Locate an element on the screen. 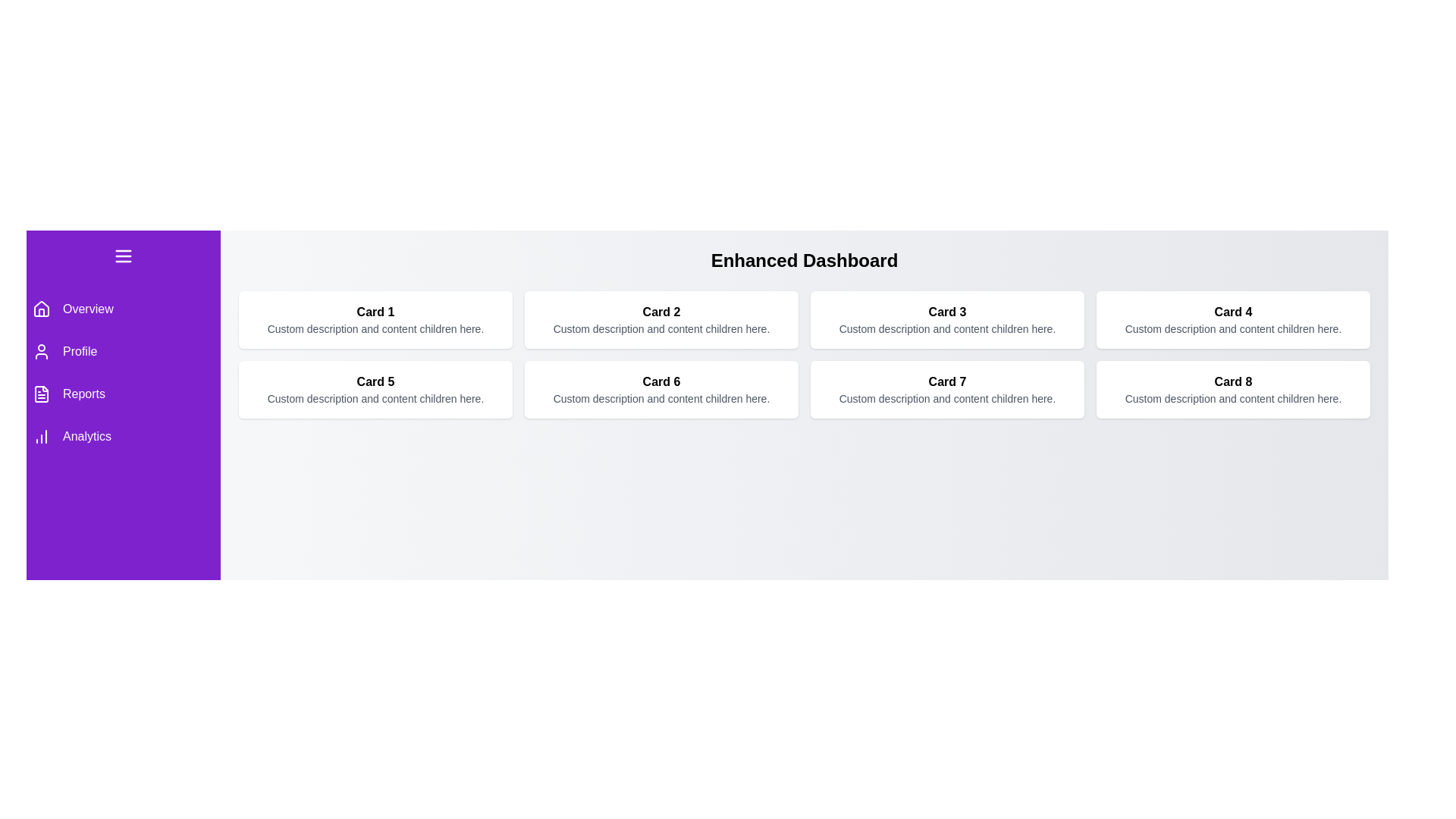 This screenshot has width=1456, height=819. the menu item Analytics to navigate to the corresponding section is located at coordinates (124, 436).